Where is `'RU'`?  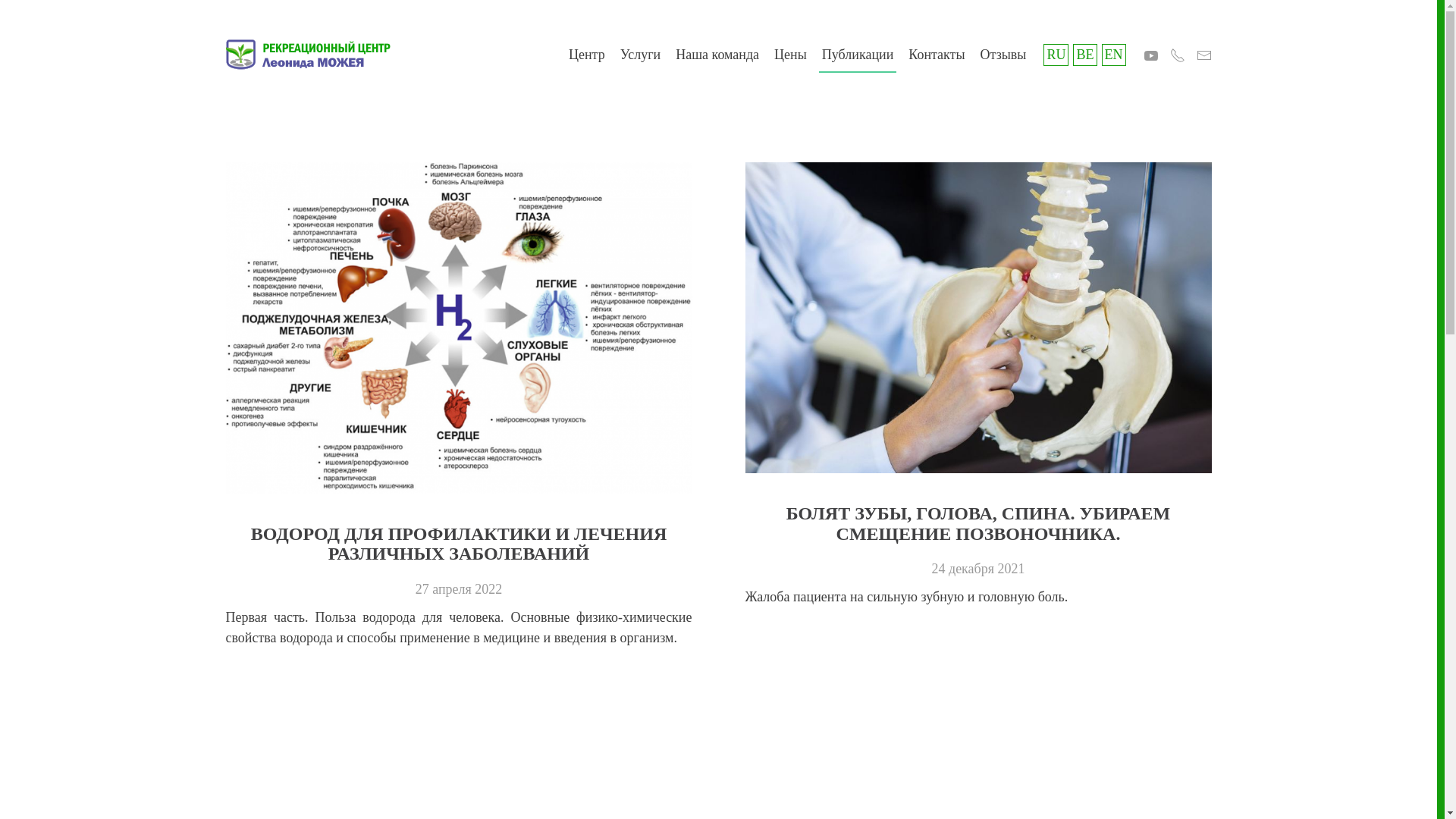
'RU' is located at coordinates (1055, 54).